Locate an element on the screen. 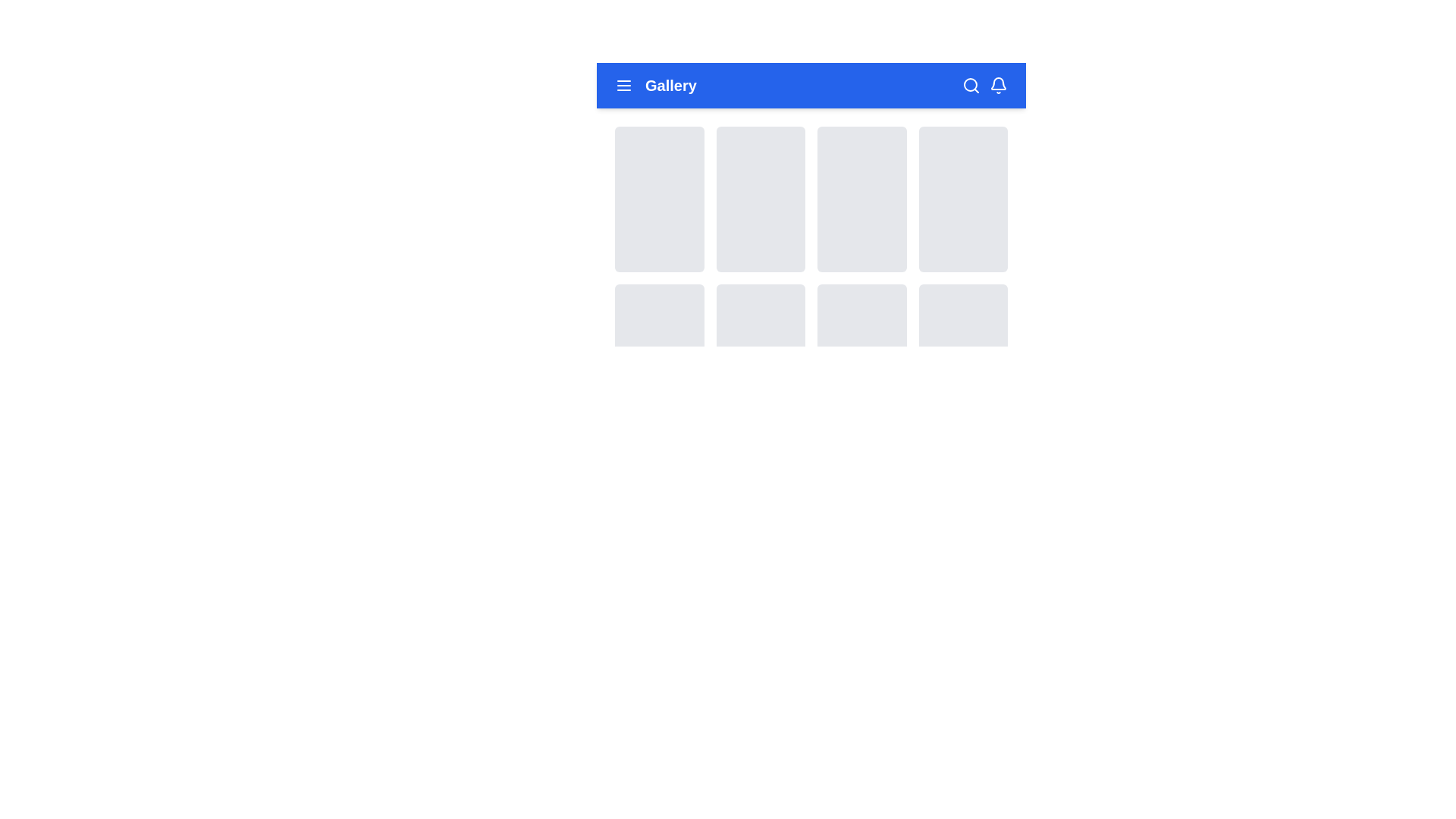  the Card Component element, which is a light-gray rectangular area with rounded corners located in the third column of the second row of a grid layout is located at coordinates (861, 356).